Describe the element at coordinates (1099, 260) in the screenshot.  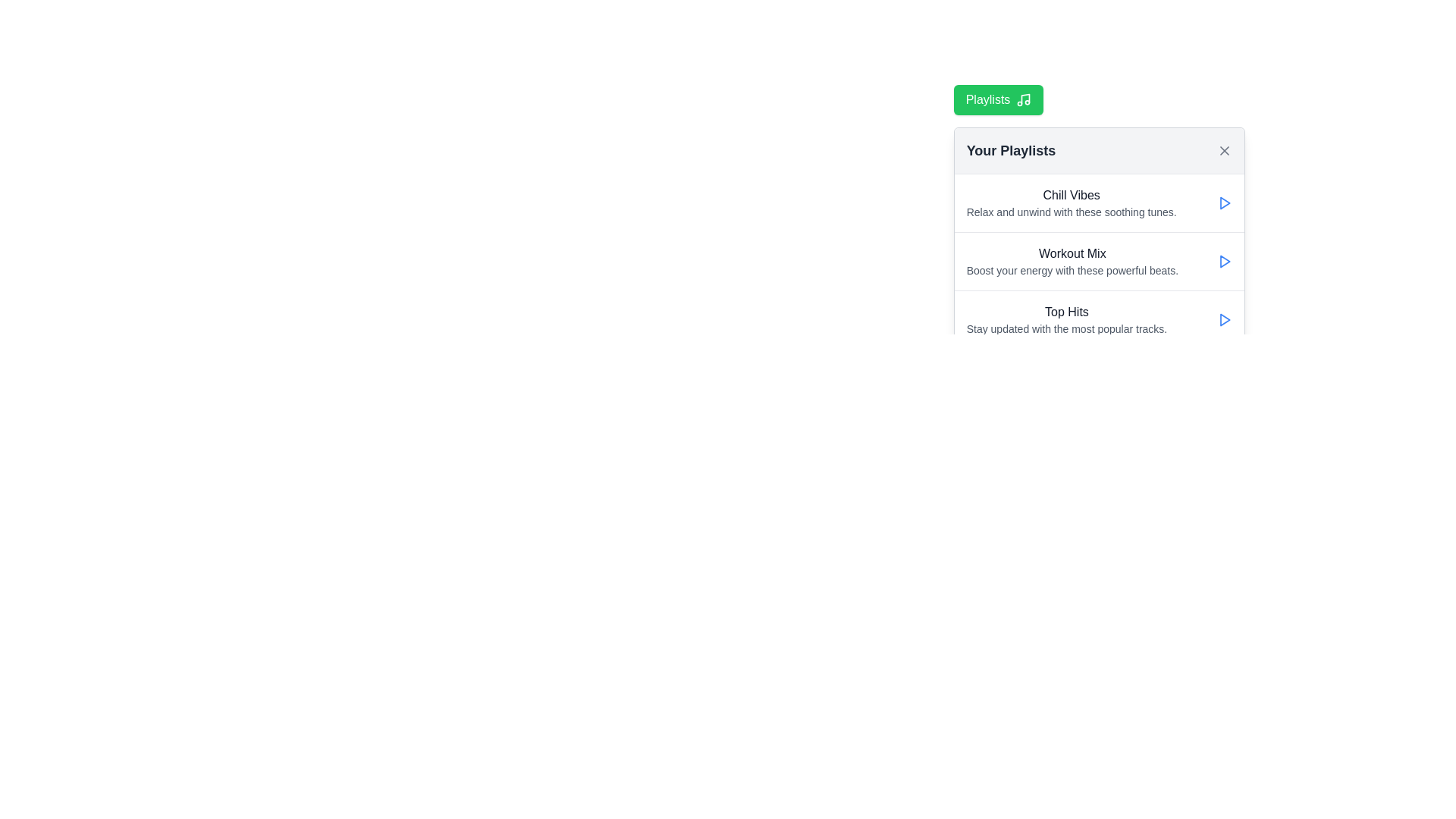
I see `the second list item in the 'Your Playlists' section titled 'Workout Mix'` at that location.